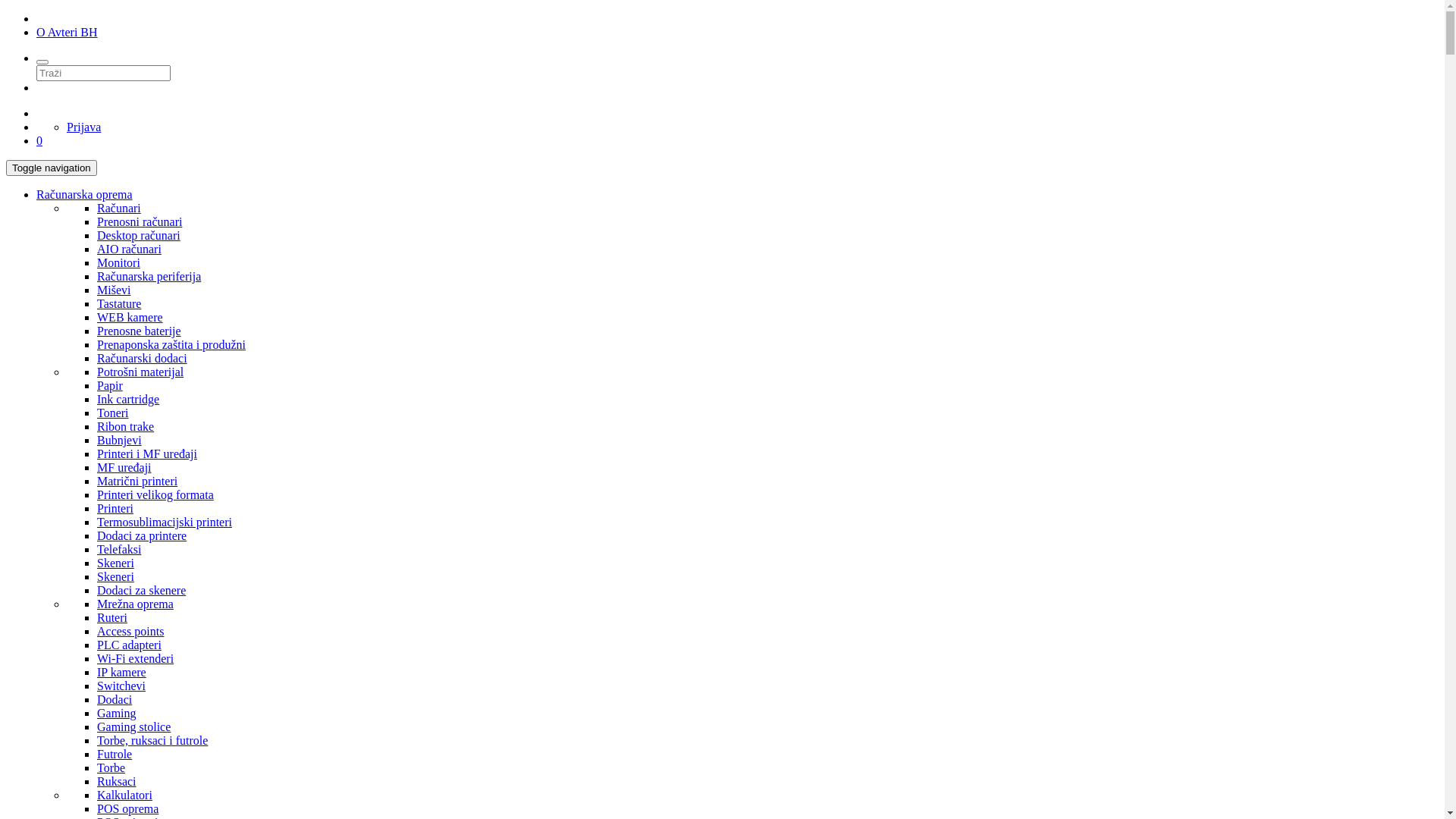 The image size is (1456, 819). What do you see at coordinates (96, 686) in the screenshot?
I see `'Switchevi'` at bounding box center [96, 686].